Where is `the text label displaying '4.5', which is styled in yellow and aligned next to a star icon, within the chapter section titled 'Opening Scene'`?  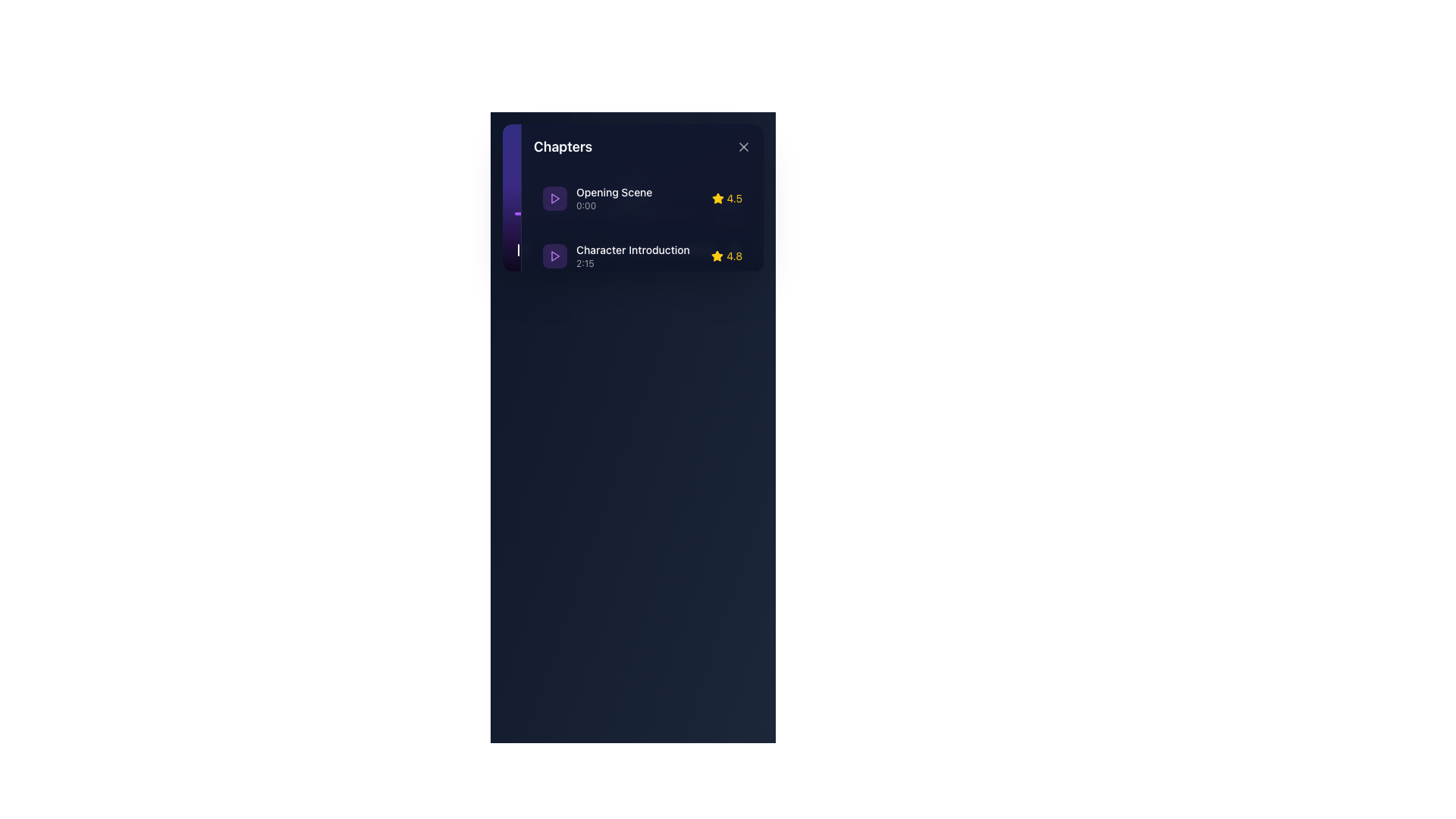 the text label displaying '4.5', which is styled in yellow and aligned next to a star icon, within the chapter section titled 'Opening Scene' is located at coordinates (734, 198).